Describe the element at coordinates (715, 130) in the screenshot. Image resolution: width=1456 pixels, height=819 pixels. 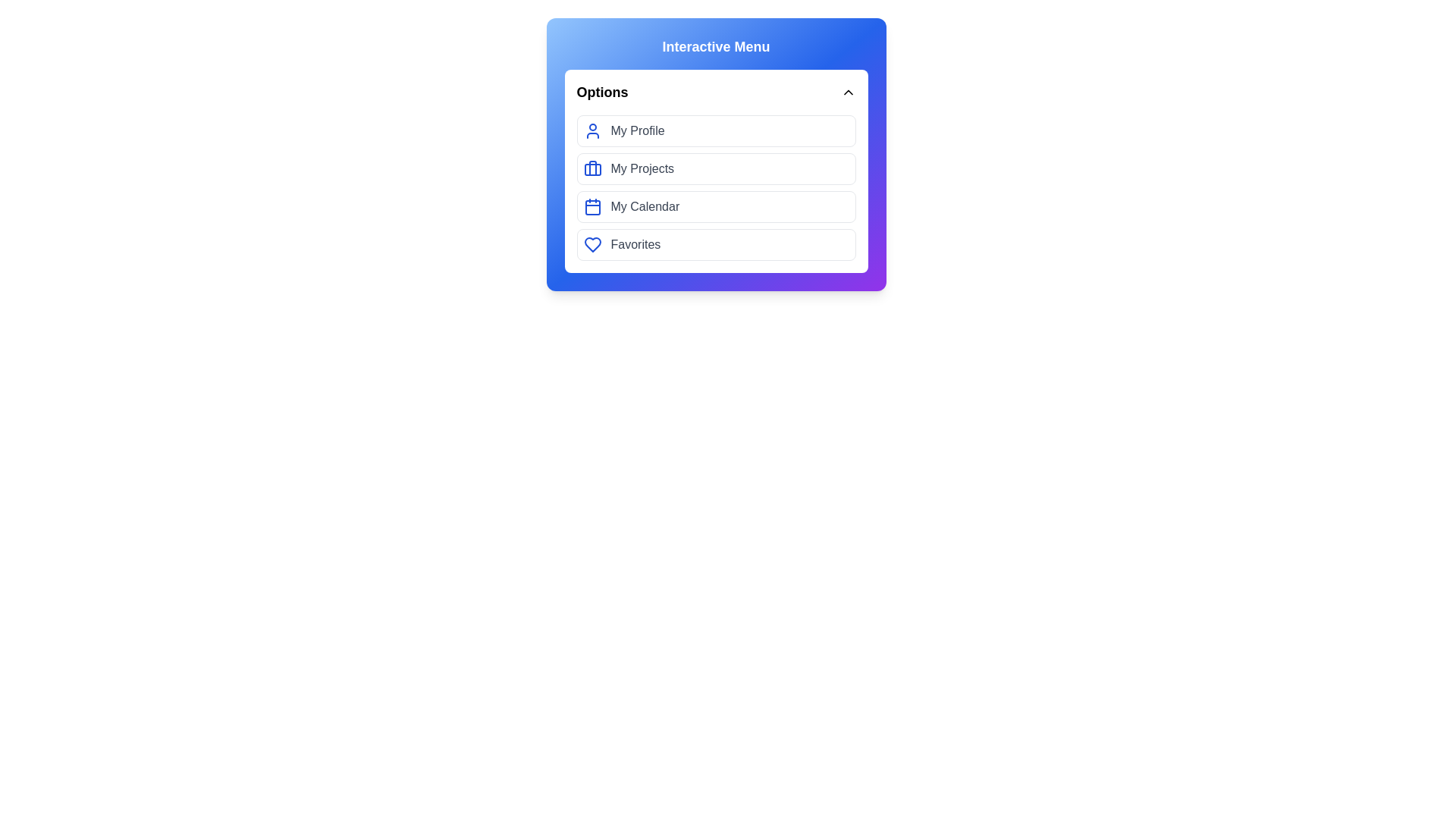
I see `the first menu item button located directly under the title 'Options'` at that location.